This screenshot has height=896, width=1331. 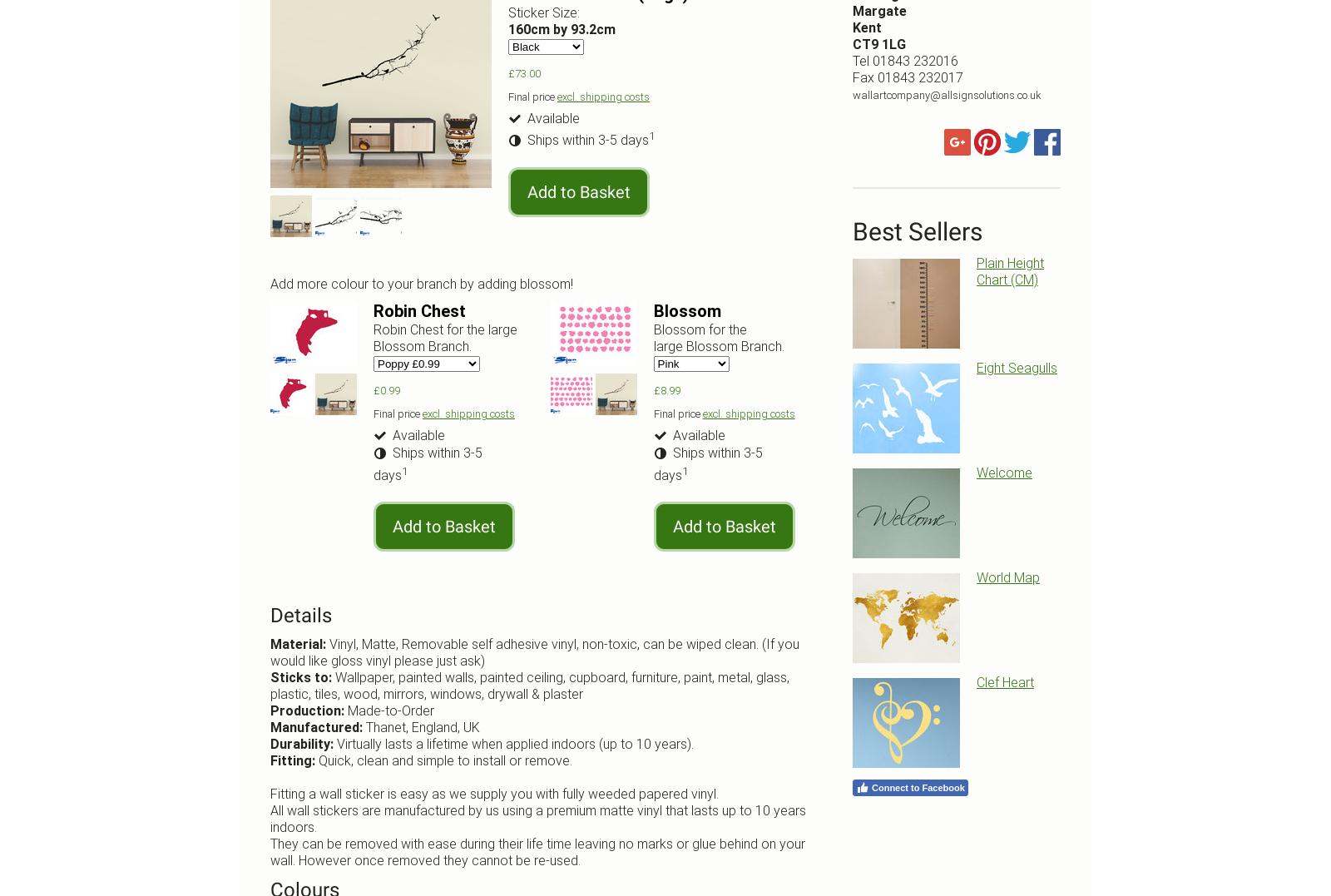 I want to click on 'Tel 01843 232016', so click(x=905, y=60).